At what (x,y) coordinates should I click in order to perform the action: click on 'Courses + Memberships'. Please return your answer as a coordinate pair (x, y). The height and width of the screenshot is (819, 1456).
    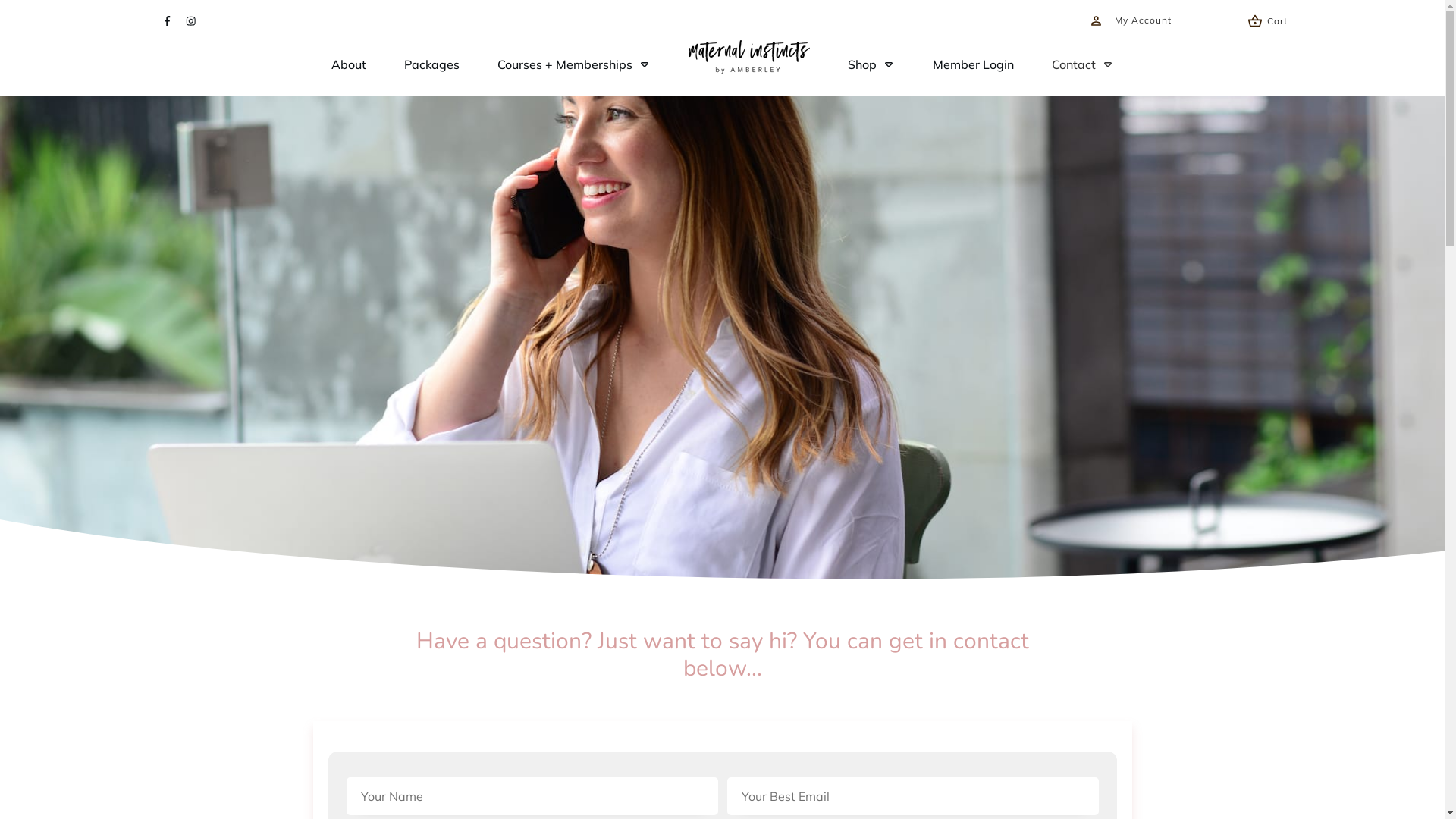
    Looking at the image, I should click on (573, 63).